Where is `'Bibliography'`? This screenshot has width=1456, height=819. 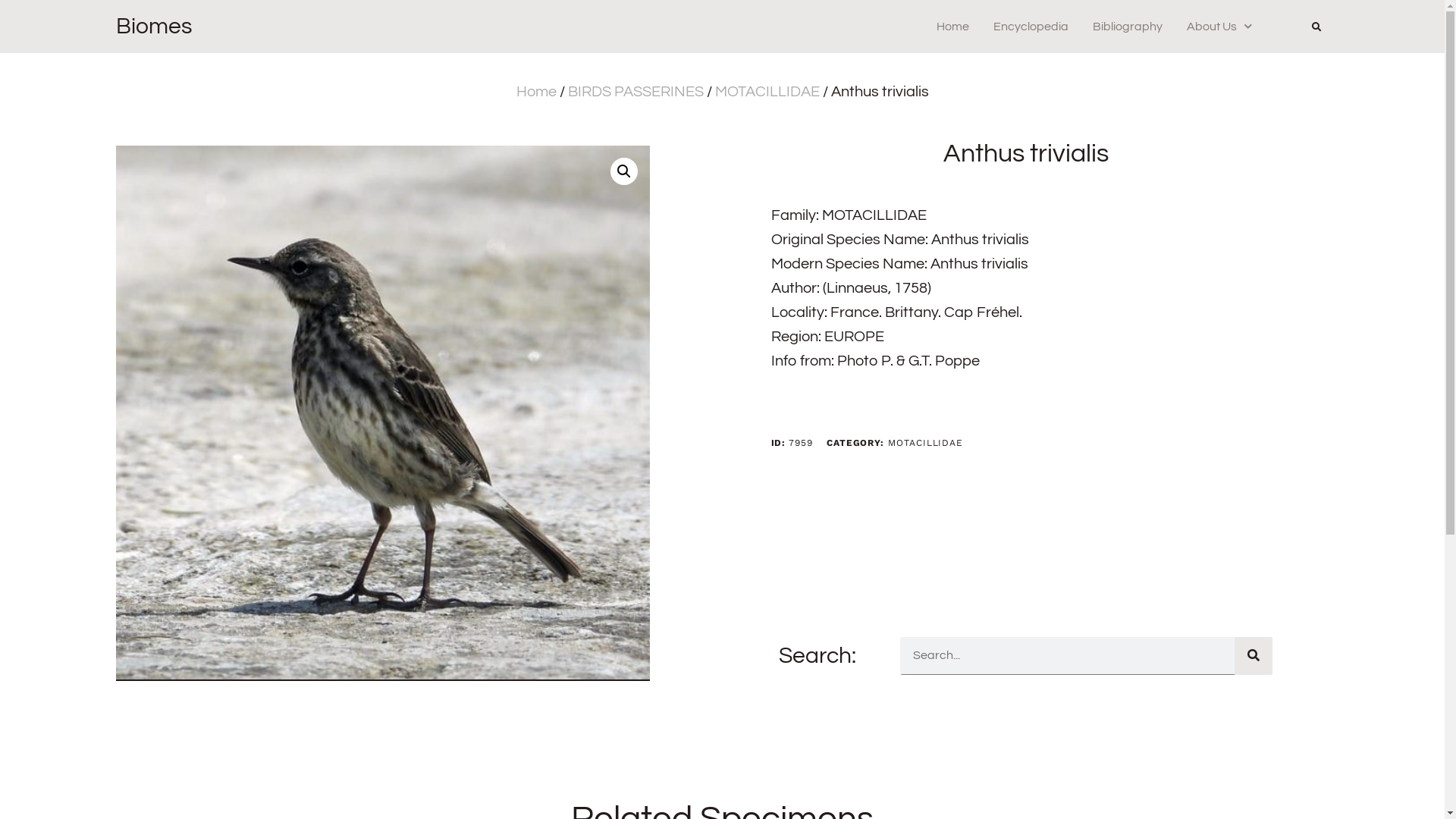
'Bibliography' is located at coordinates (1092, 26).